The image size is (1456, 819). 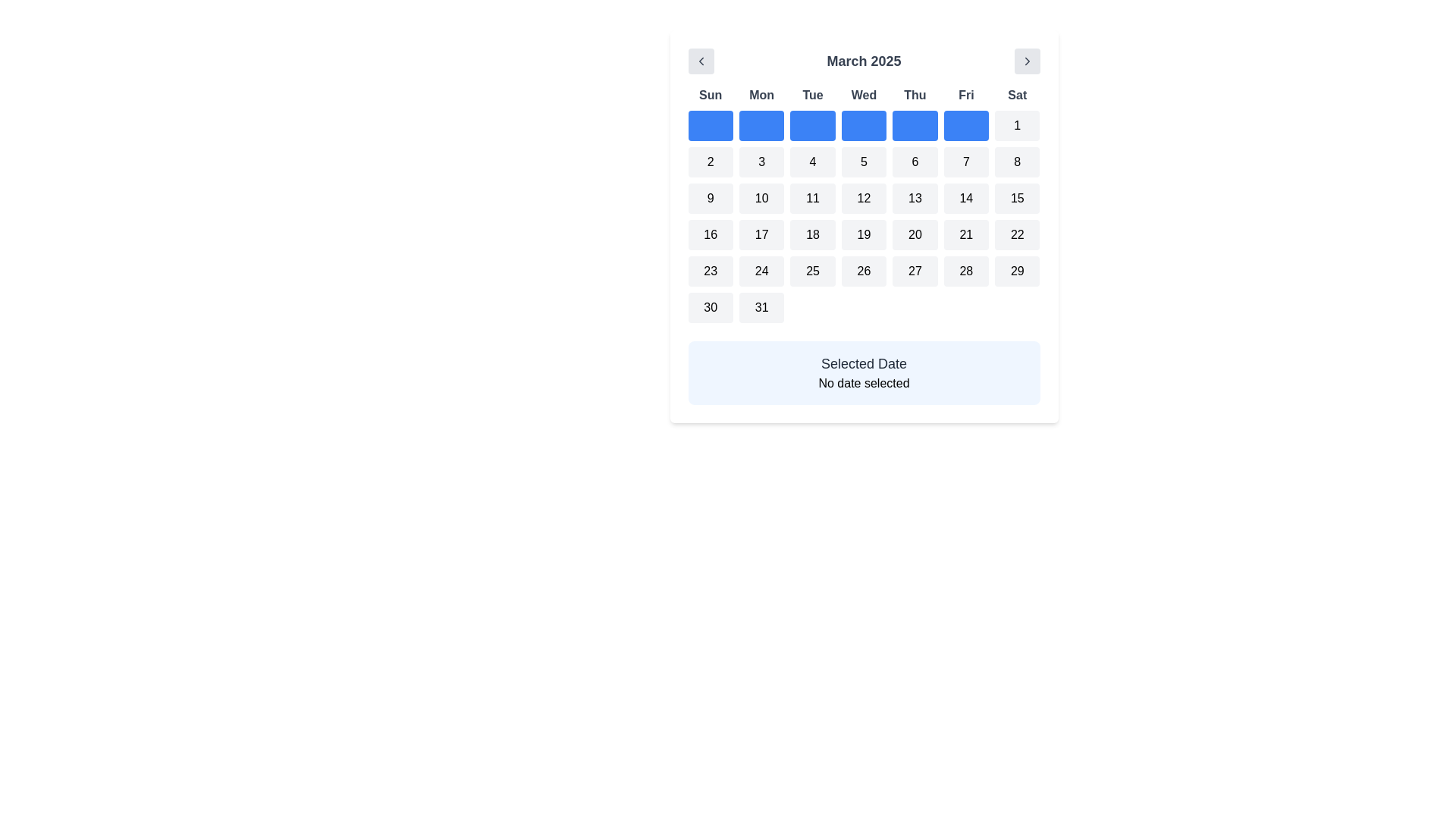 I want to click on the static text label displaying 'Fri' in bold gray font, which is positioned in the second row and sixth column of the calendar interface, so click(x=965, y=96).